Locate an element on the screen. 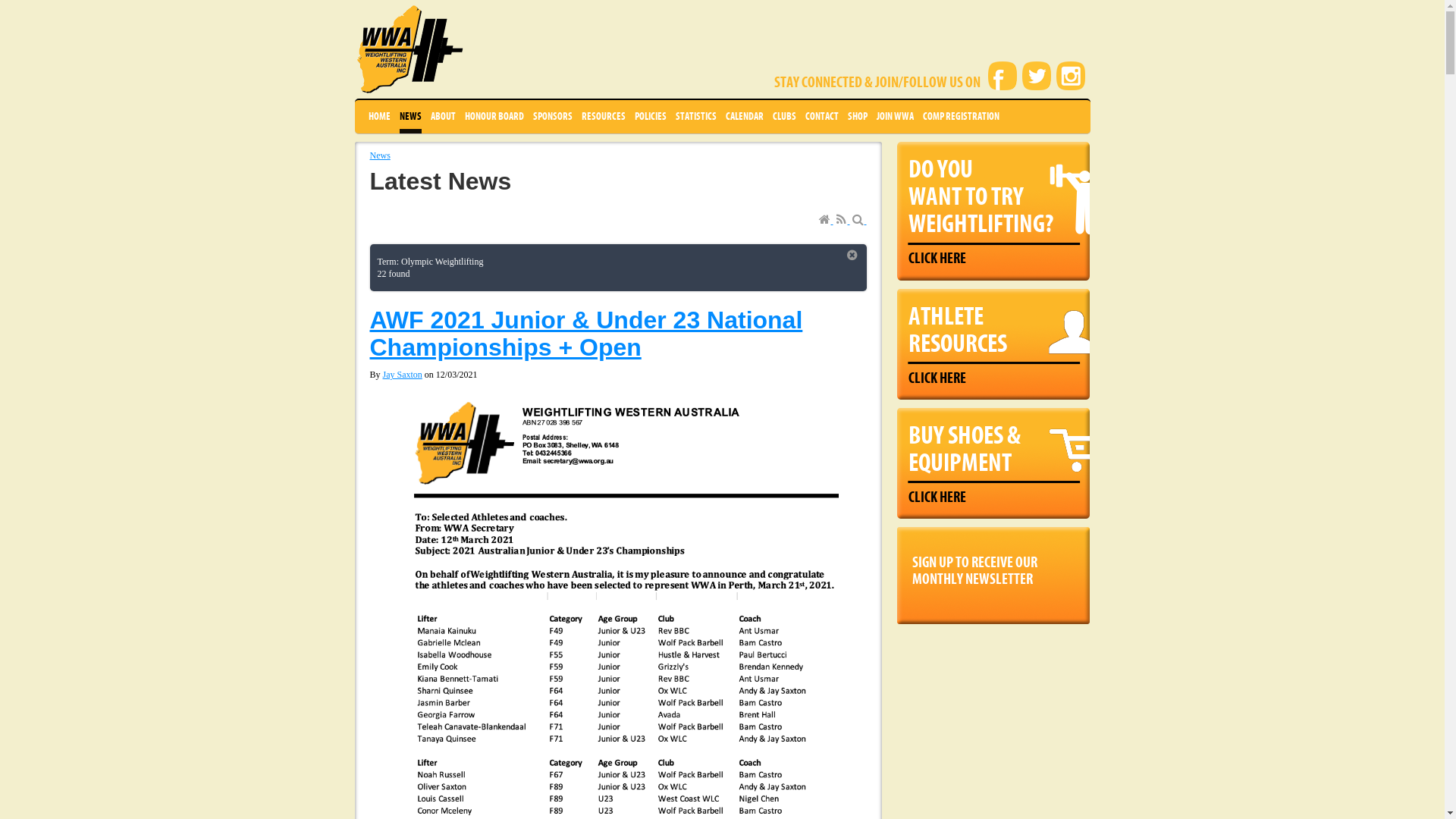  ' ' is located at coordinates (842, 220).